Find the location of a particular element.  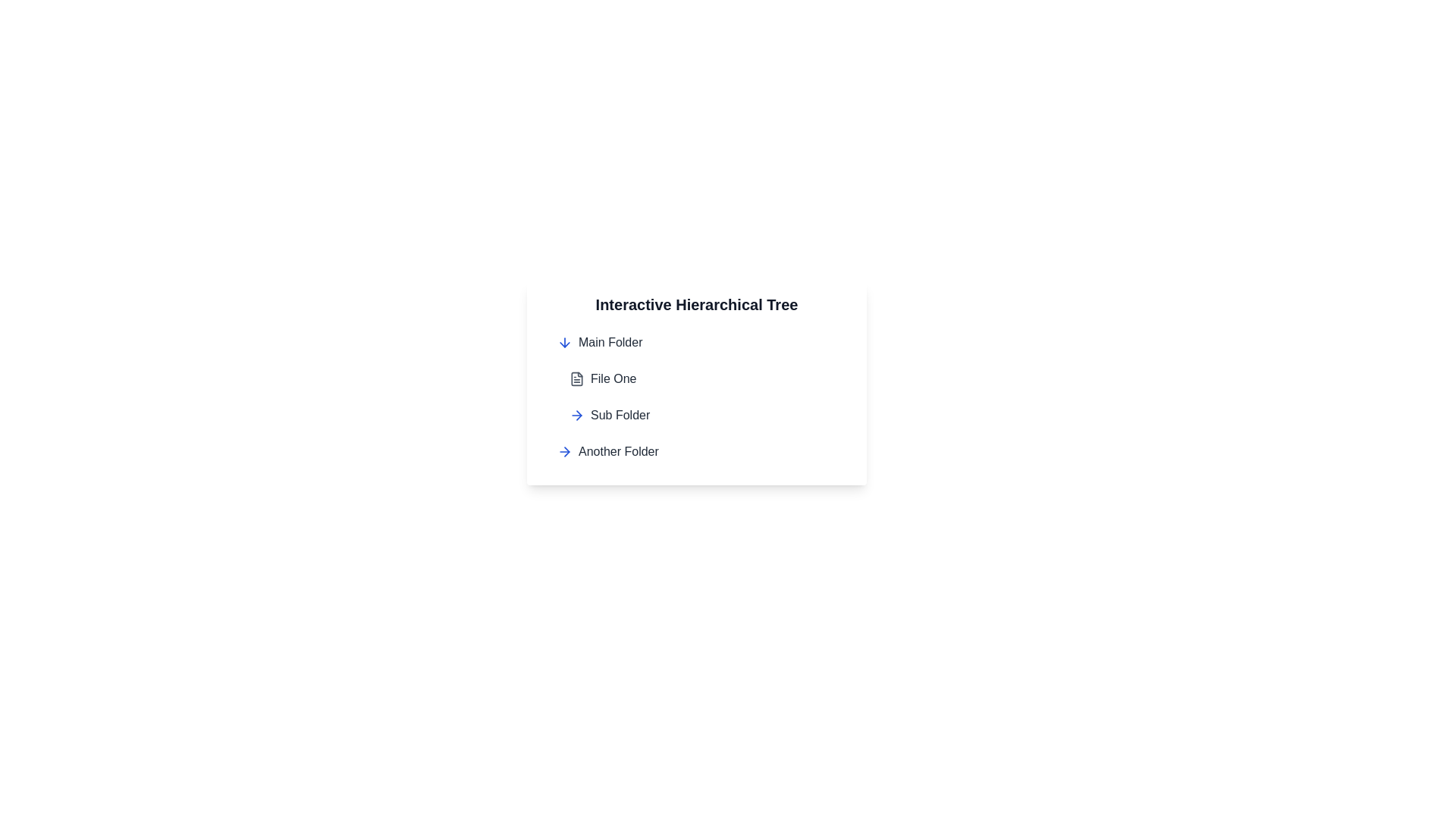

the sub-folder label in the Interactive Hierarchical Tree, which is the third item in the row-like structure, located to the right of an arrow icon is located at coordinates (620, 415).